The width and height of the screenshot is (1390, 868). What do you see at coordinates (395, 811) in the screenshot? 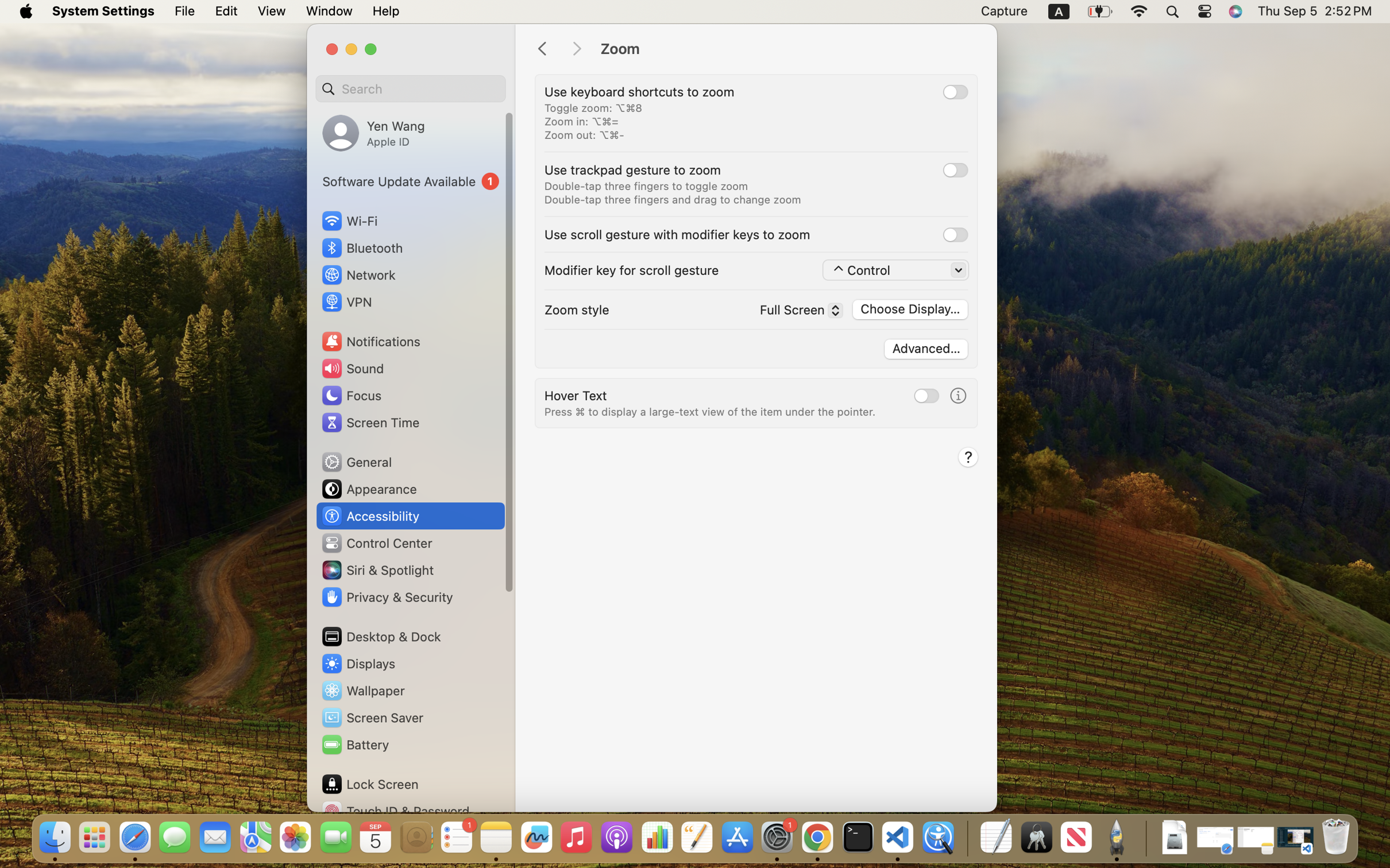
I see `'Touch ID & Password'` at bounding box center [395, 811].